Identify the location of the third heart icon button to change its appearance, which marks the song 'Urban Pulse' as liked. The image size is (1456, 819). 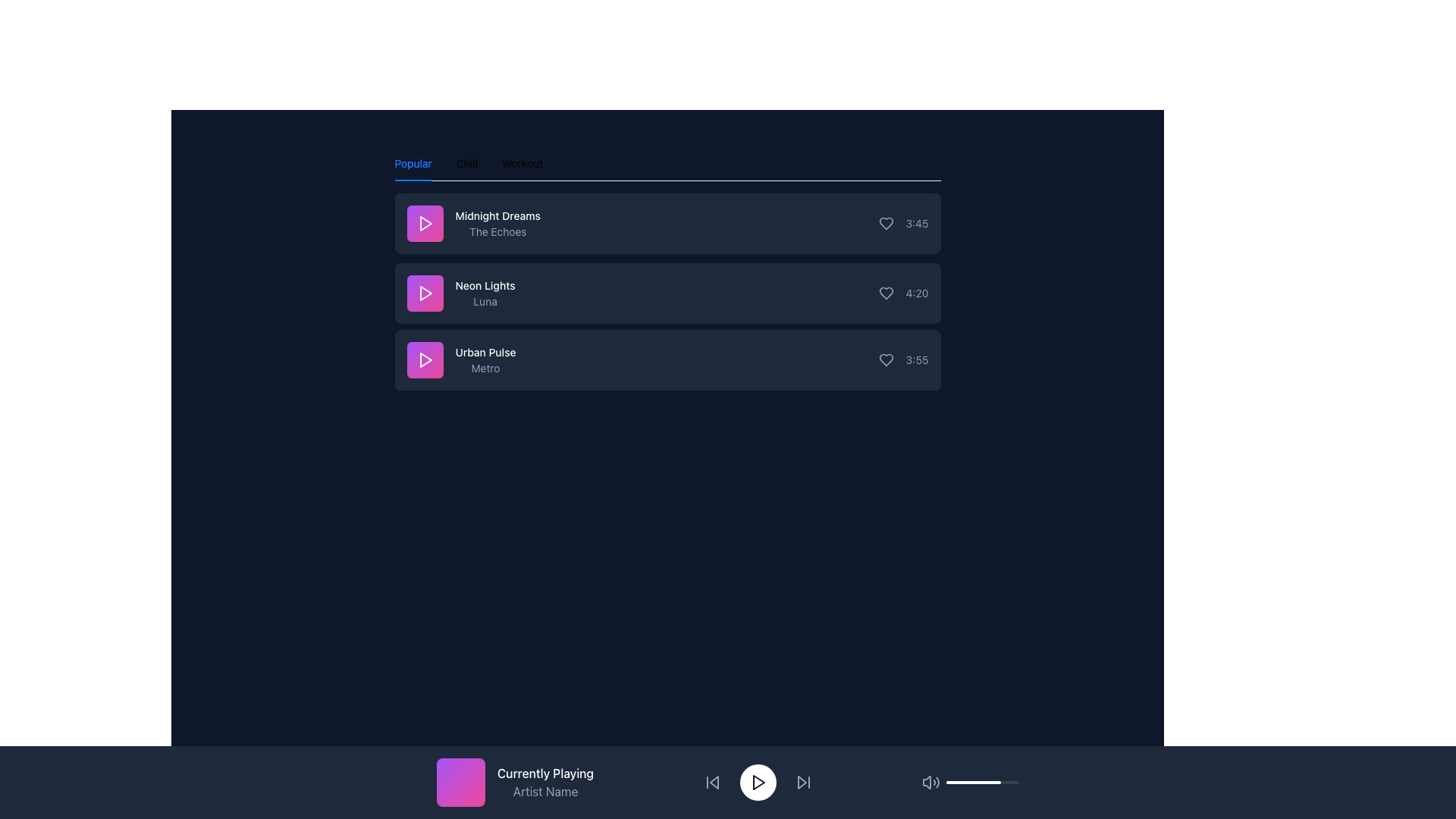
(886, 359).